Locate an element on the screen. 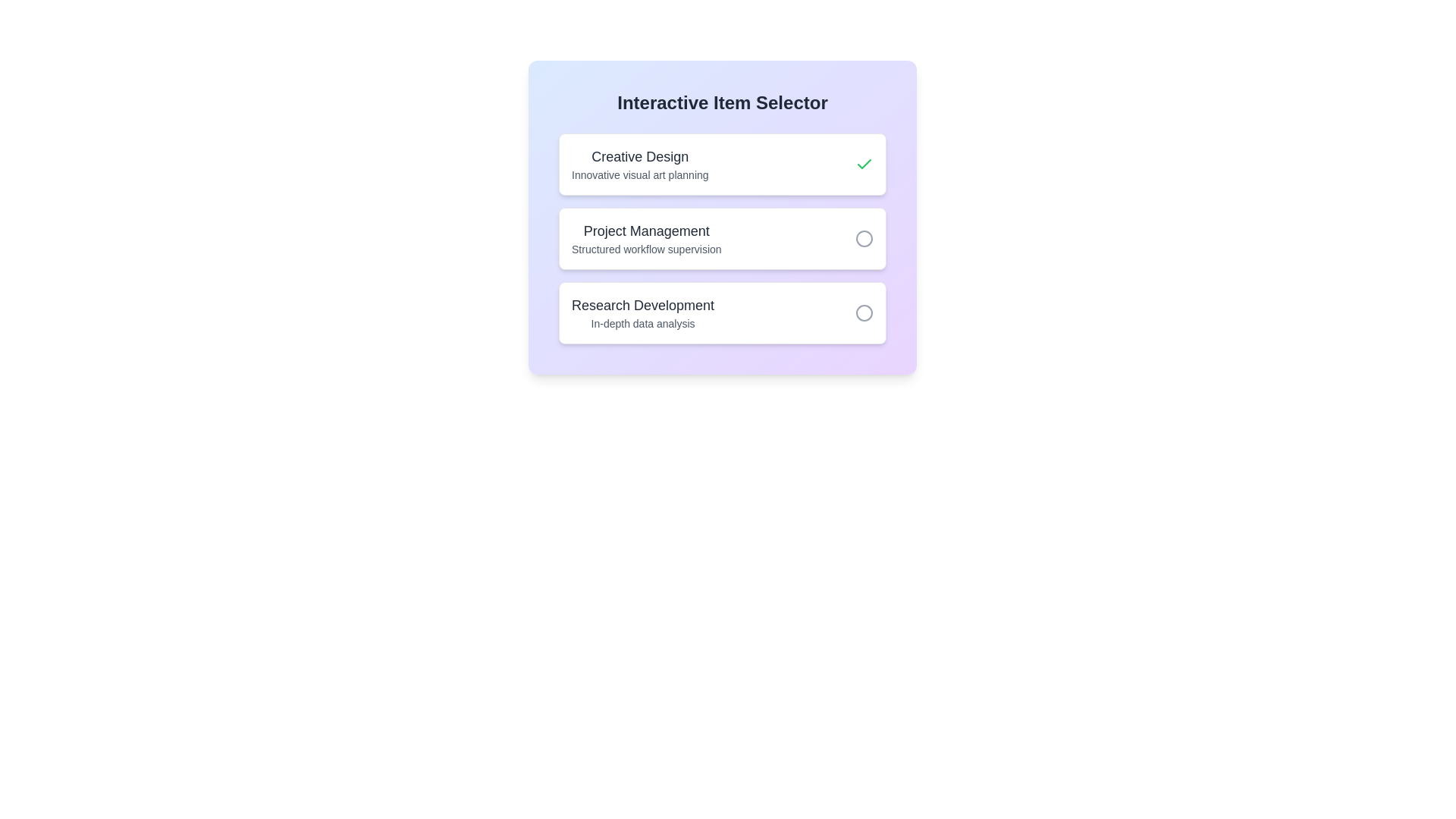  the item Creative Design by clicking its toggle button is located at coordinates (864, 164).